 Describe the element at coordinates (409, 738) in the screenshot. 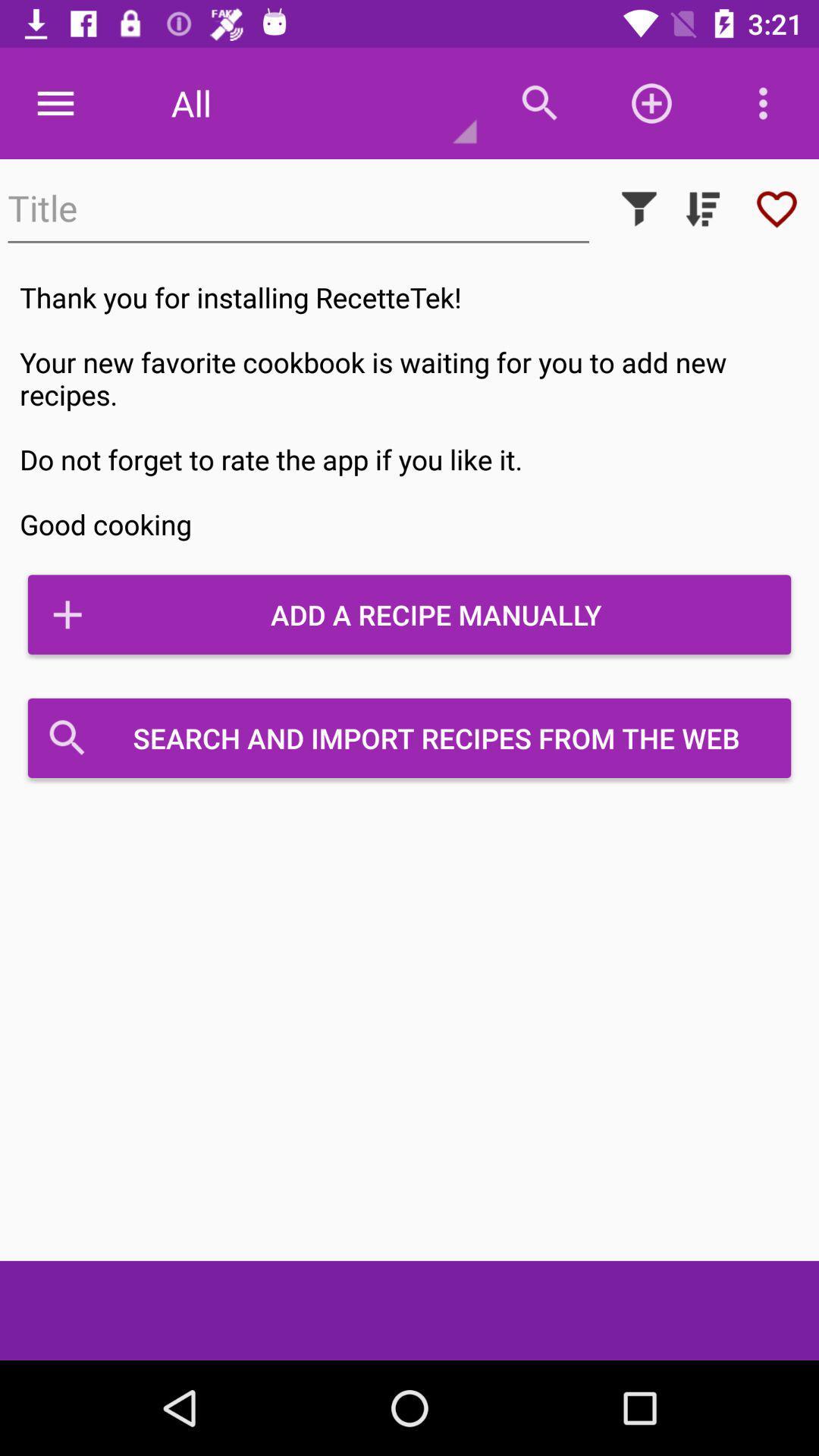

I see `icon below add a recipe item` at that location.